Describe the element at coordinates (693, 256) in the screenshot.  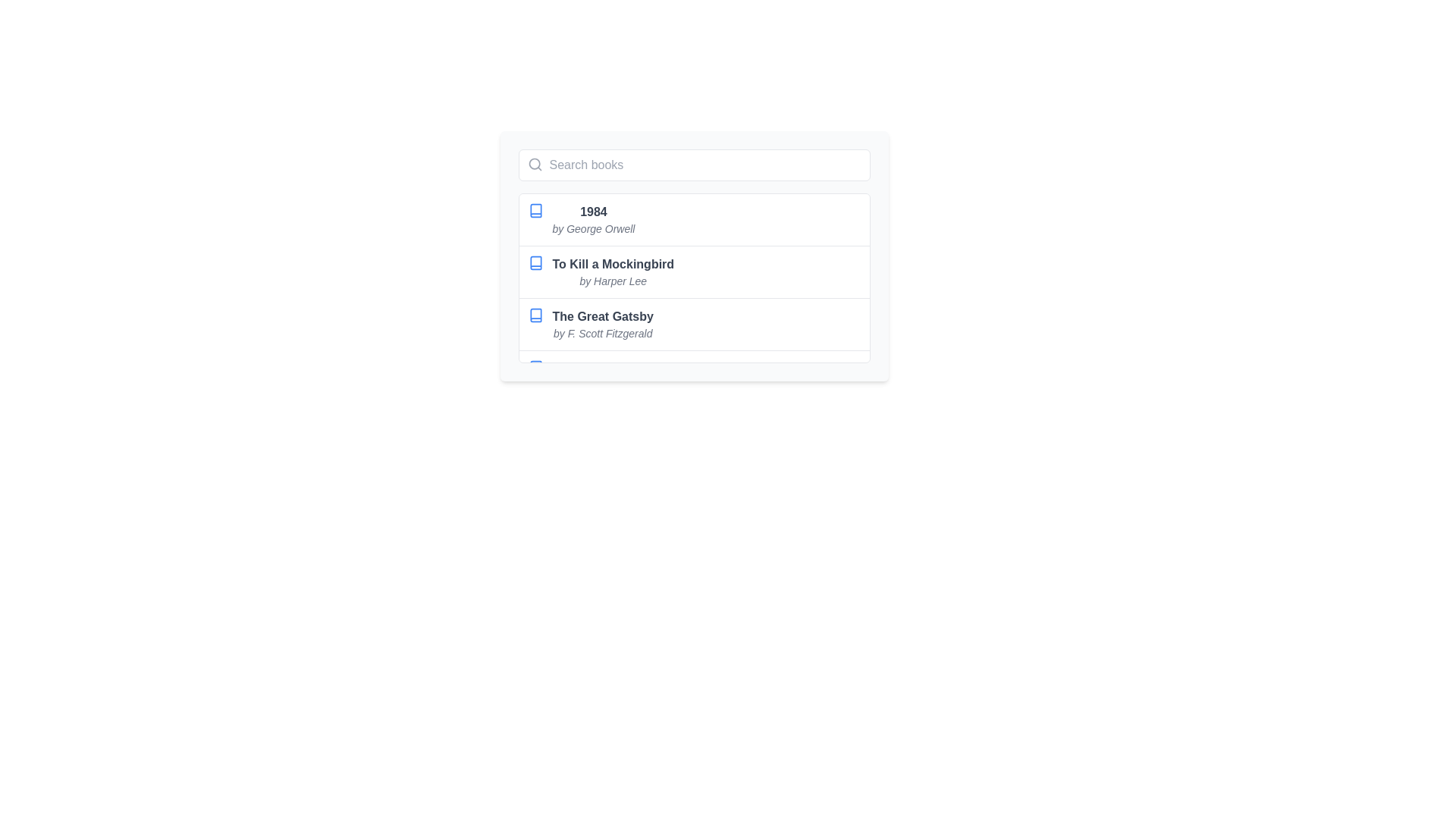
I see `the second entry in the list of books, which displays the title and author name for selection` at that location.